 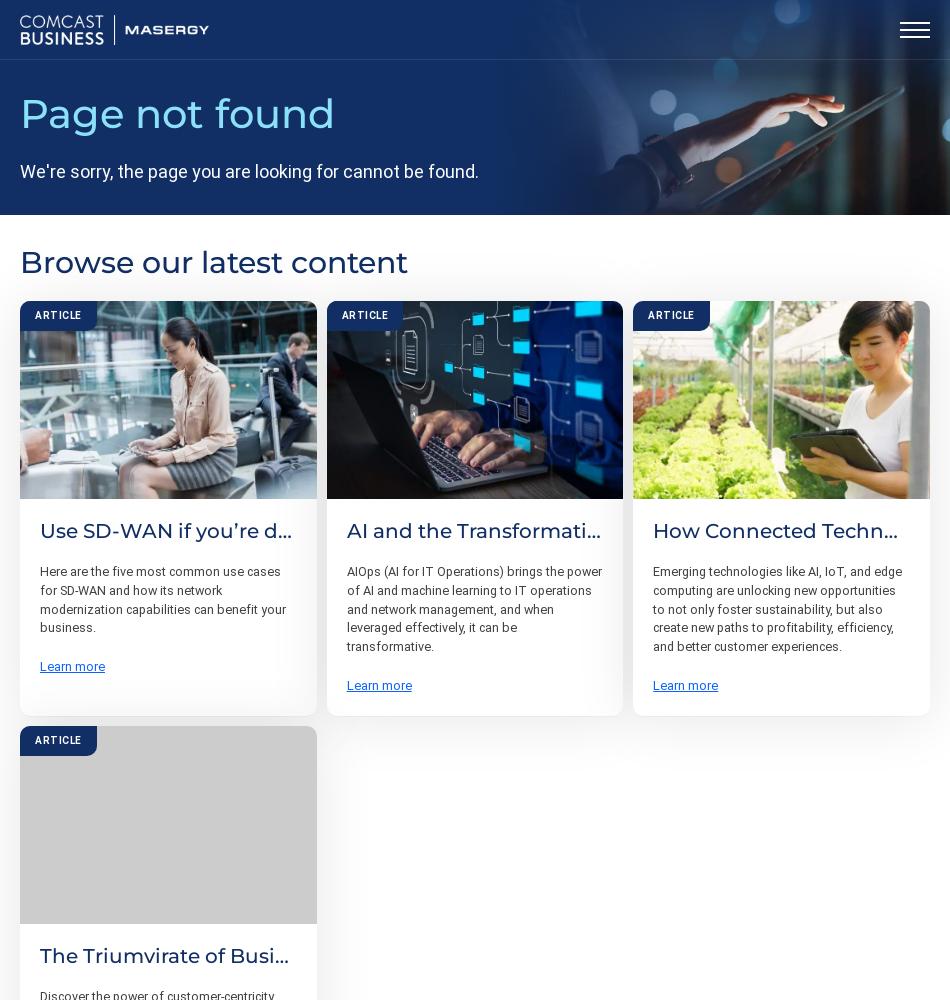 What do you see at coordinates (511, 723) in the screenshot?
I see `'Last Name'` at bounding box center [511, 723].